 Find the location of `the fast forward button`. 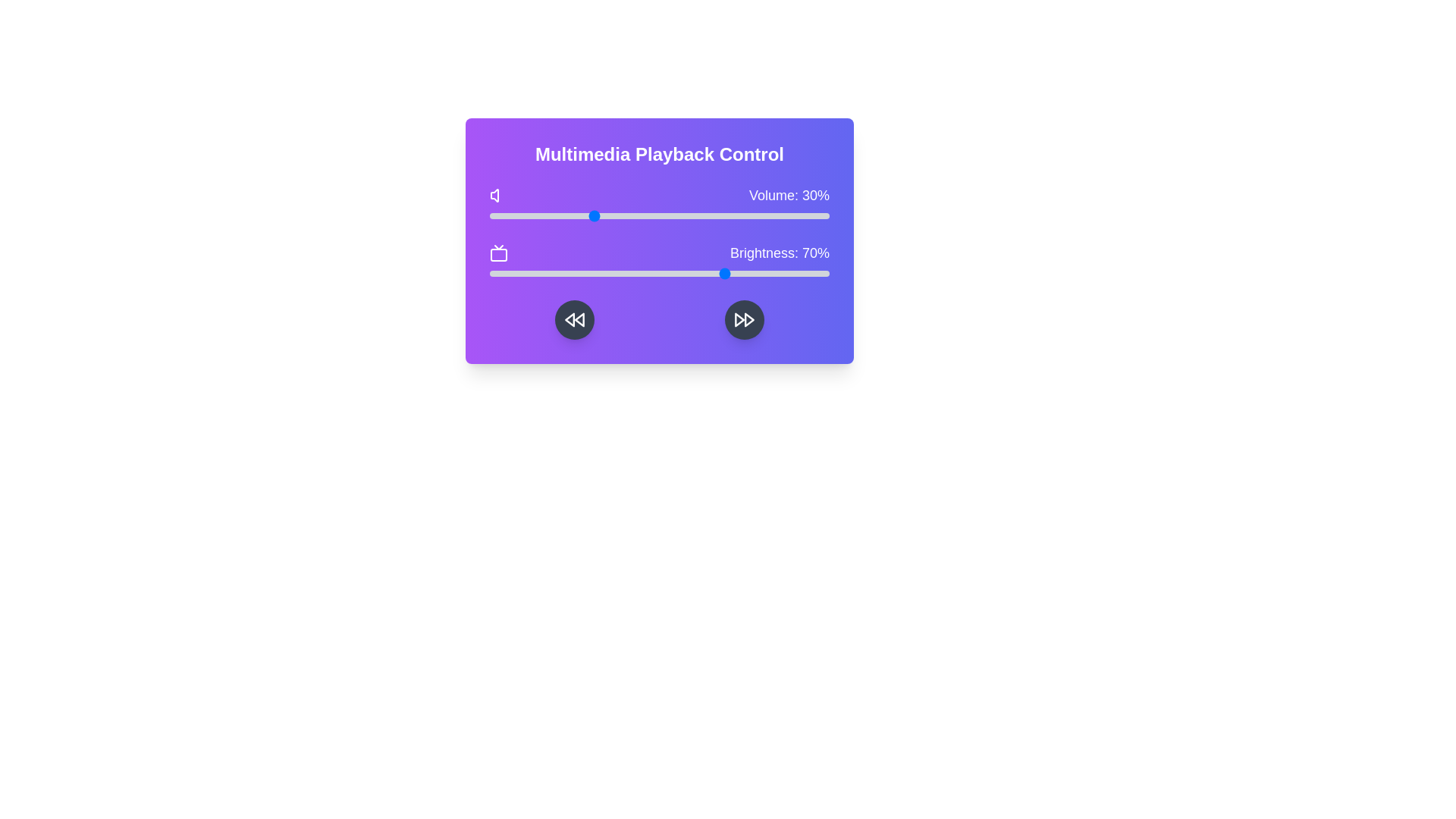

the fast forward button is located at coordinates (745, 318).